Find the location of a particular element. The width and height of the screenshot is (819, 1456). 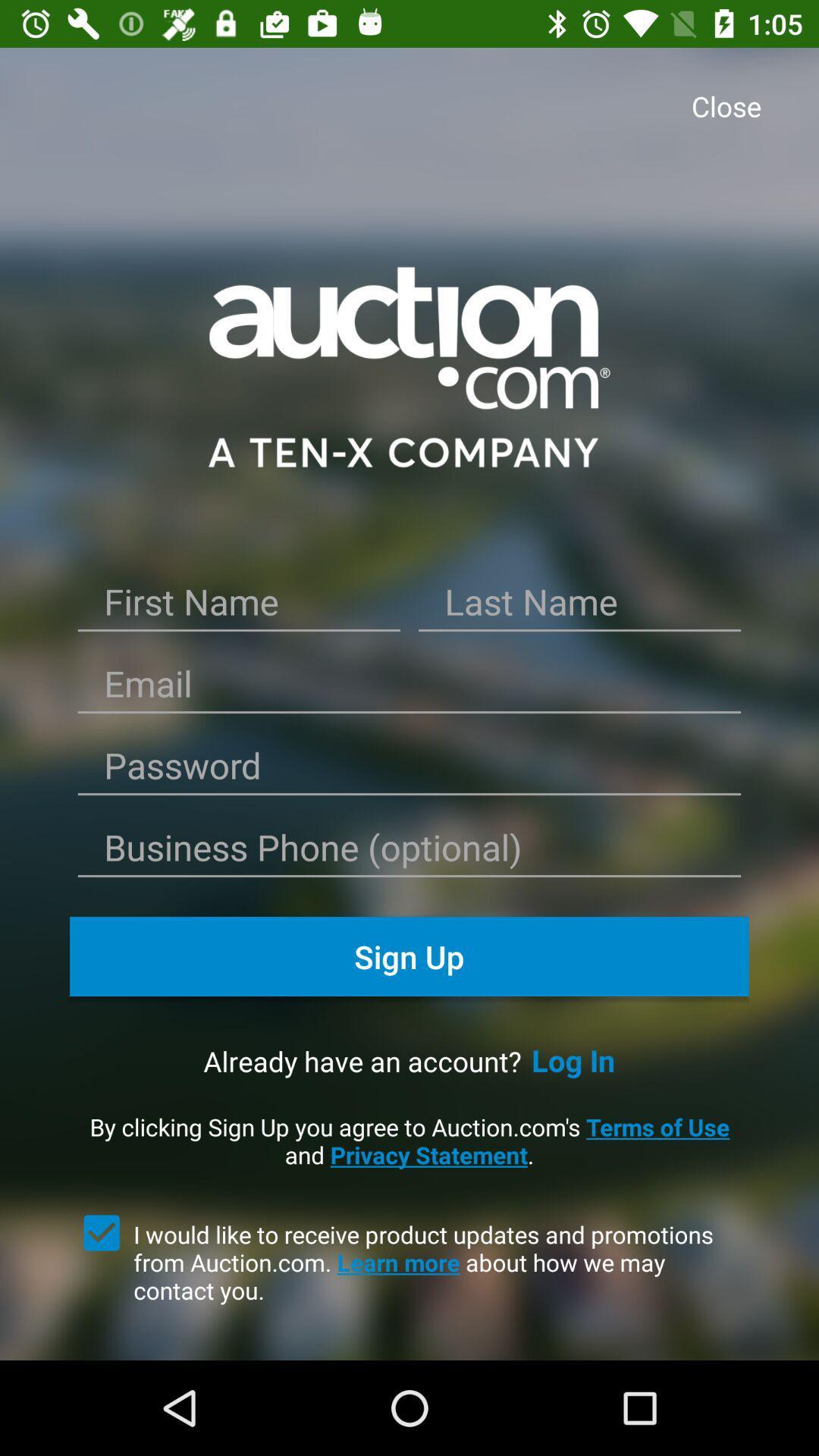

log in item is located at coordinates (573, 1059).